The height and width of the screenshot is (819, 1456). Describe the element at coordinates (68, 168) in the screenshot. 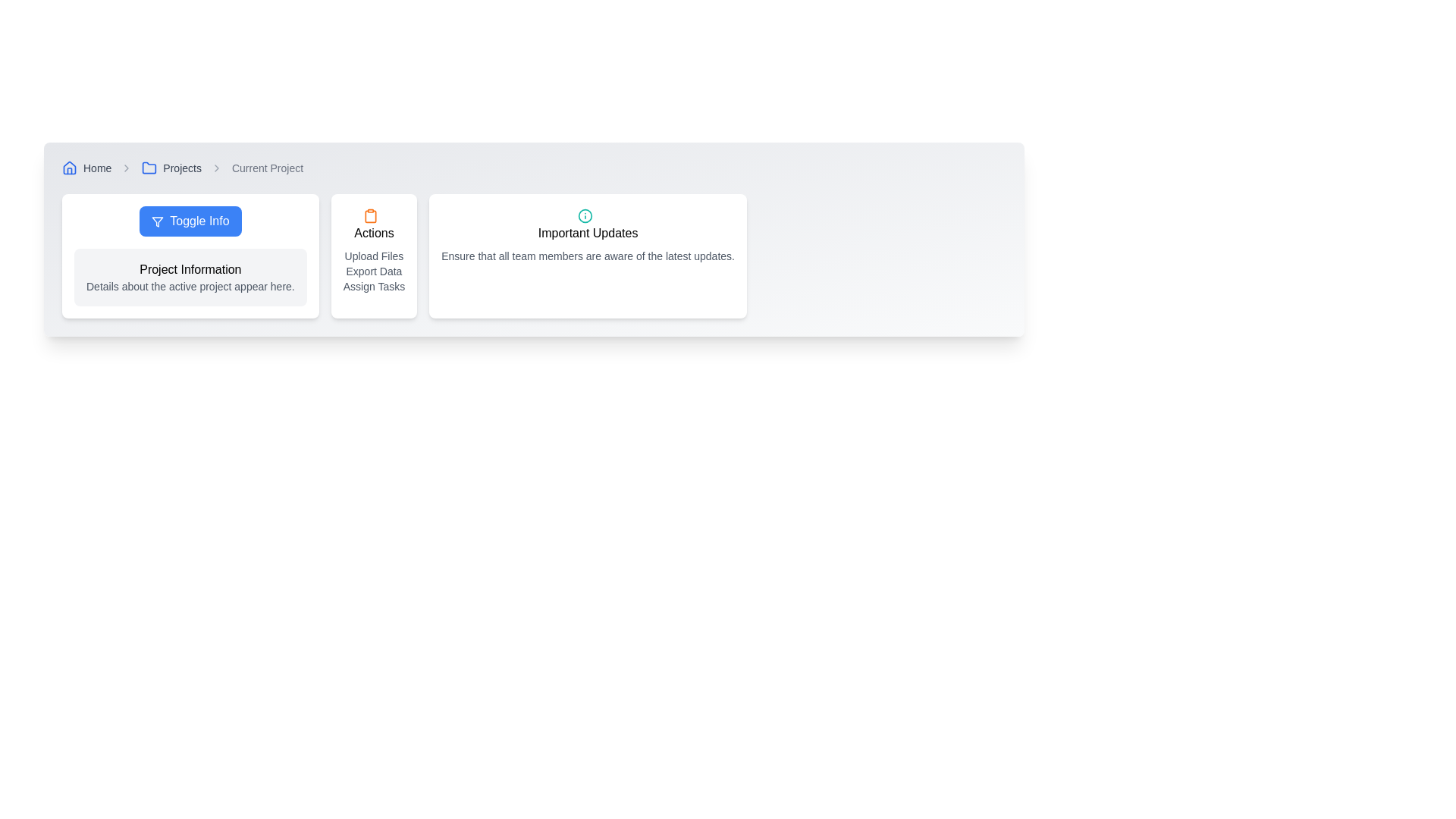

I see `the small blue house icon in the breadcrumb navigation bar, located next to the 'Home' link` at that location.